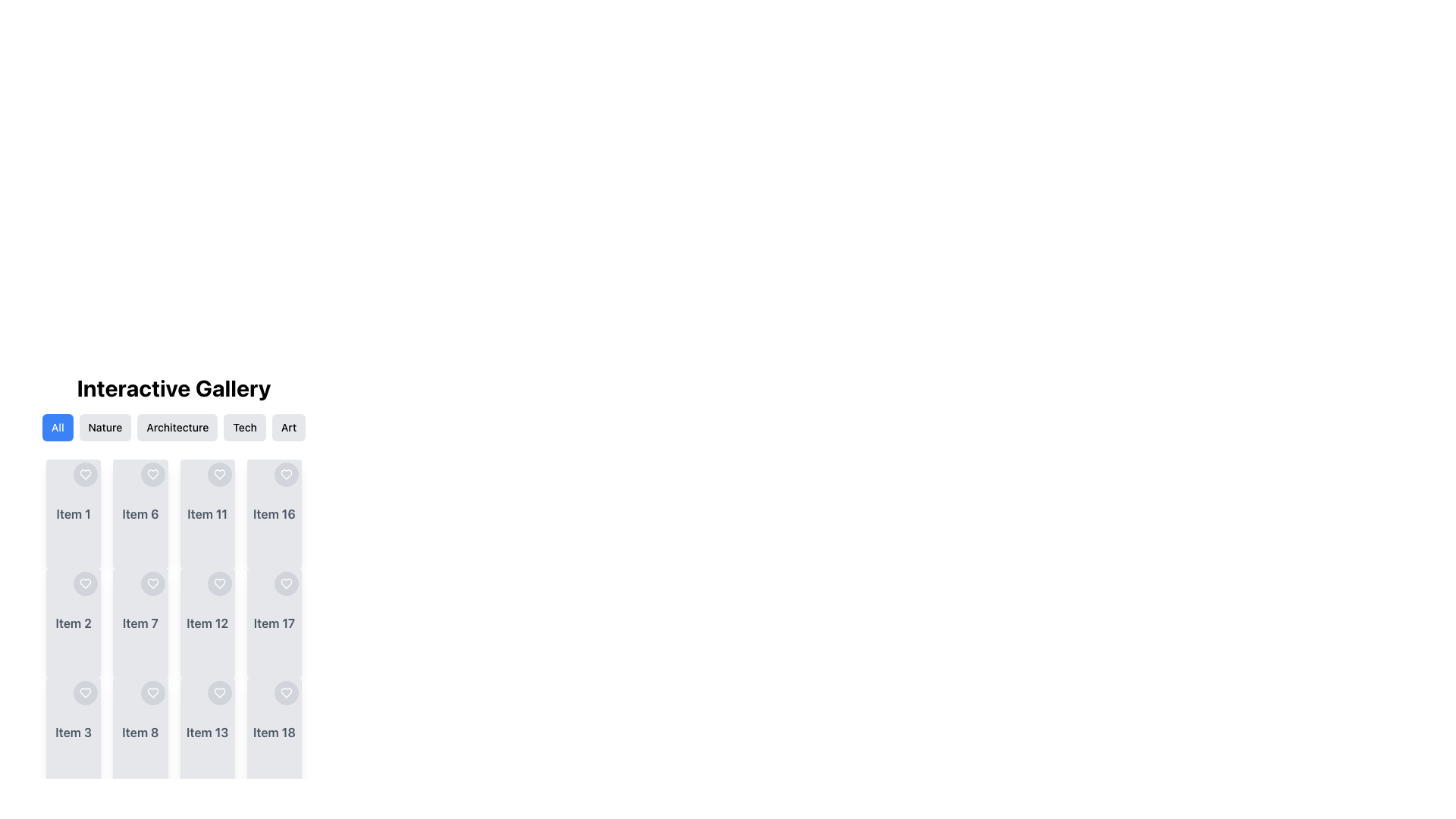 The image size is (1456, 819). What do you see at coordinates (152, 473) in the screenshot?
I see `the heart icon button located at the top-right corner of the card displaying 'Item 6' in the gallery` at bounding box center [152, 473].